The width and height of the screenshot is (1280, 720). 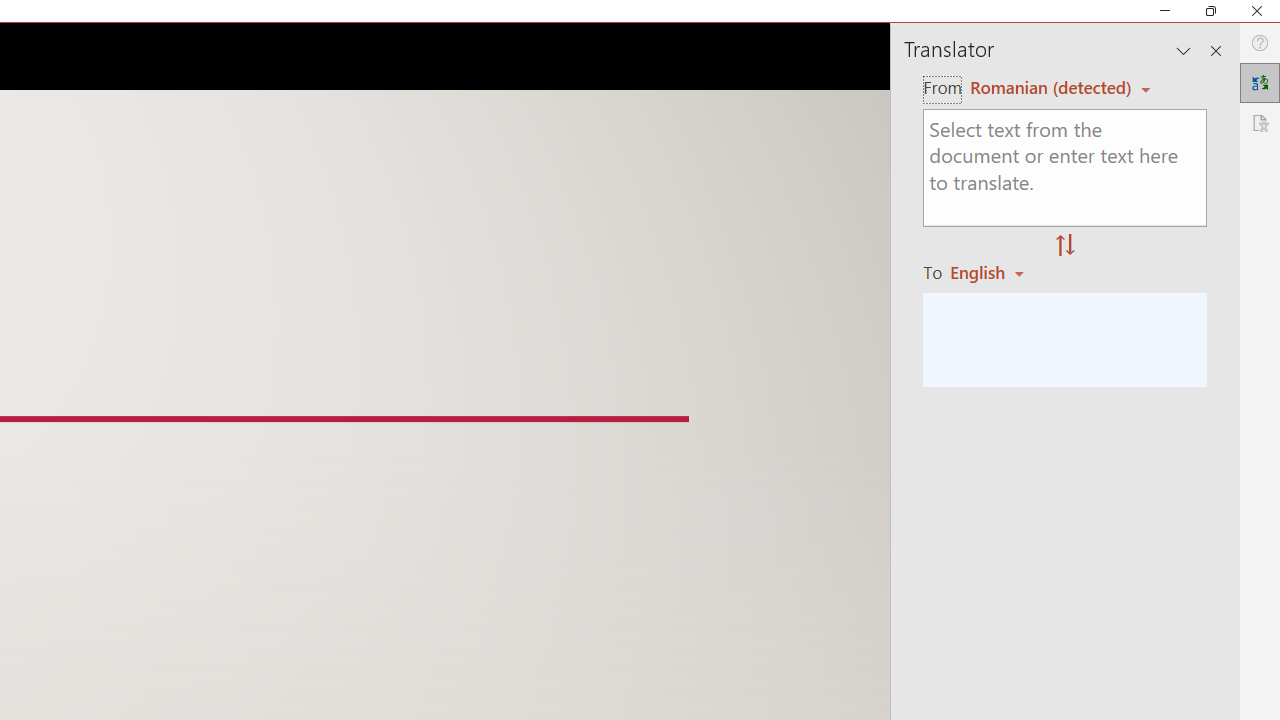 I want to click on 'Swap "from" and "to" languages.', so click(x=1064, y=244).